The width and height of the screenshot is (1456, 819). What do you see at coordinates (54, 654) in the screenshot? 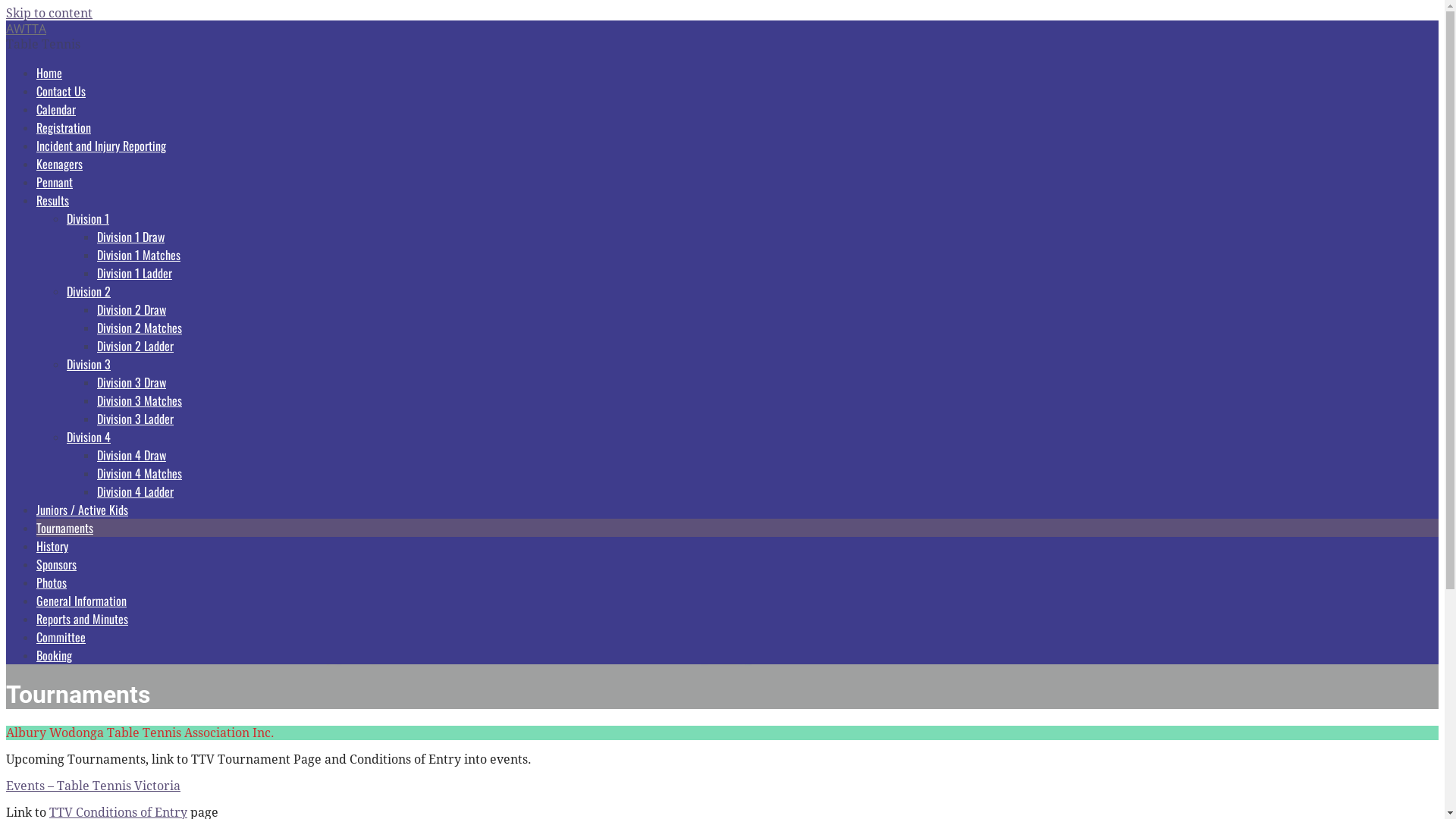
I see `'Booking'` at bounding box center [54, 654].